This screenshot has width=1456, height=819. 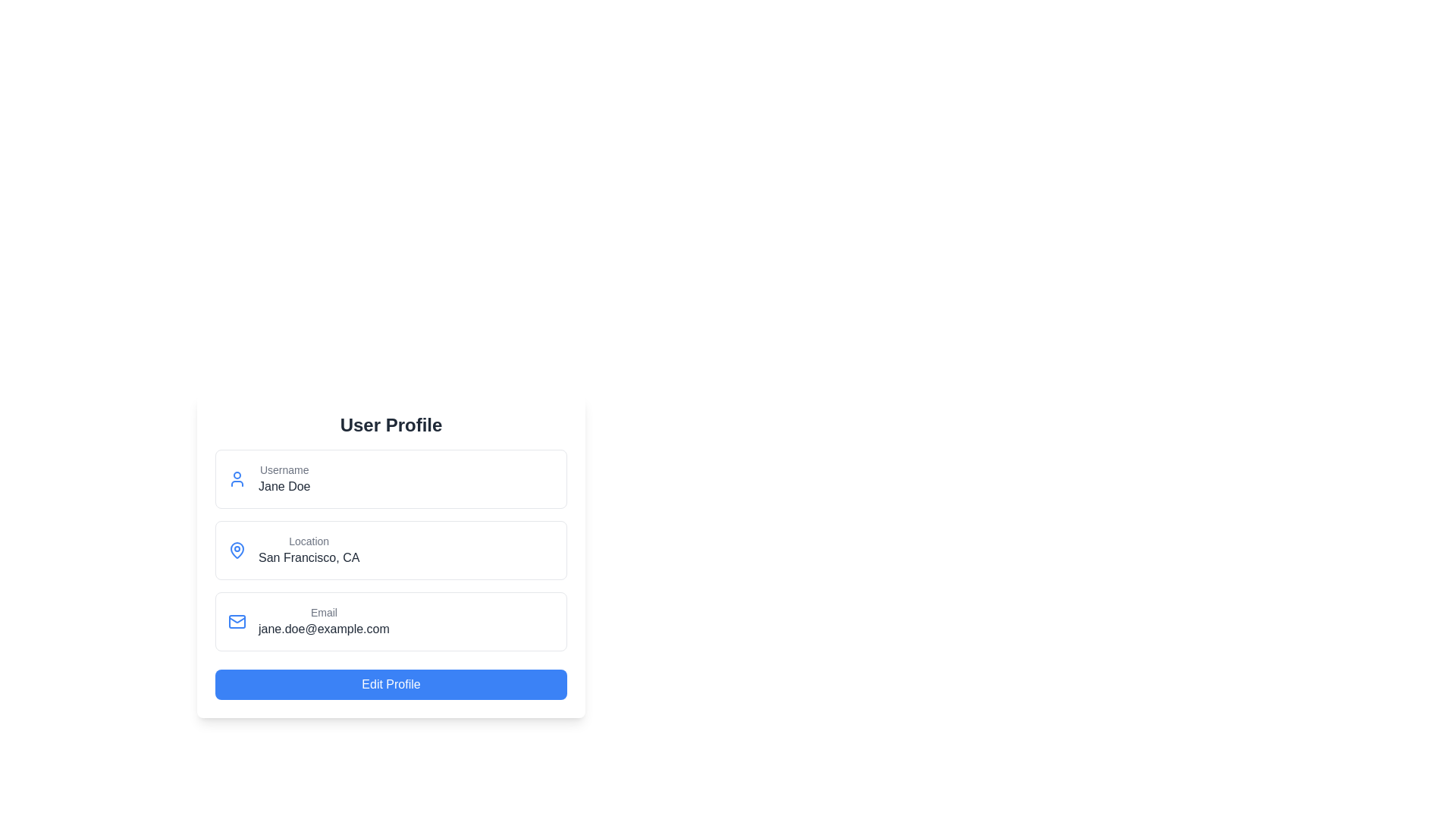 I want to click on the 'Edit Profile' button, which is a rectangular button with a blue background and white text, to observe the color change, so click(x=391, y=684).